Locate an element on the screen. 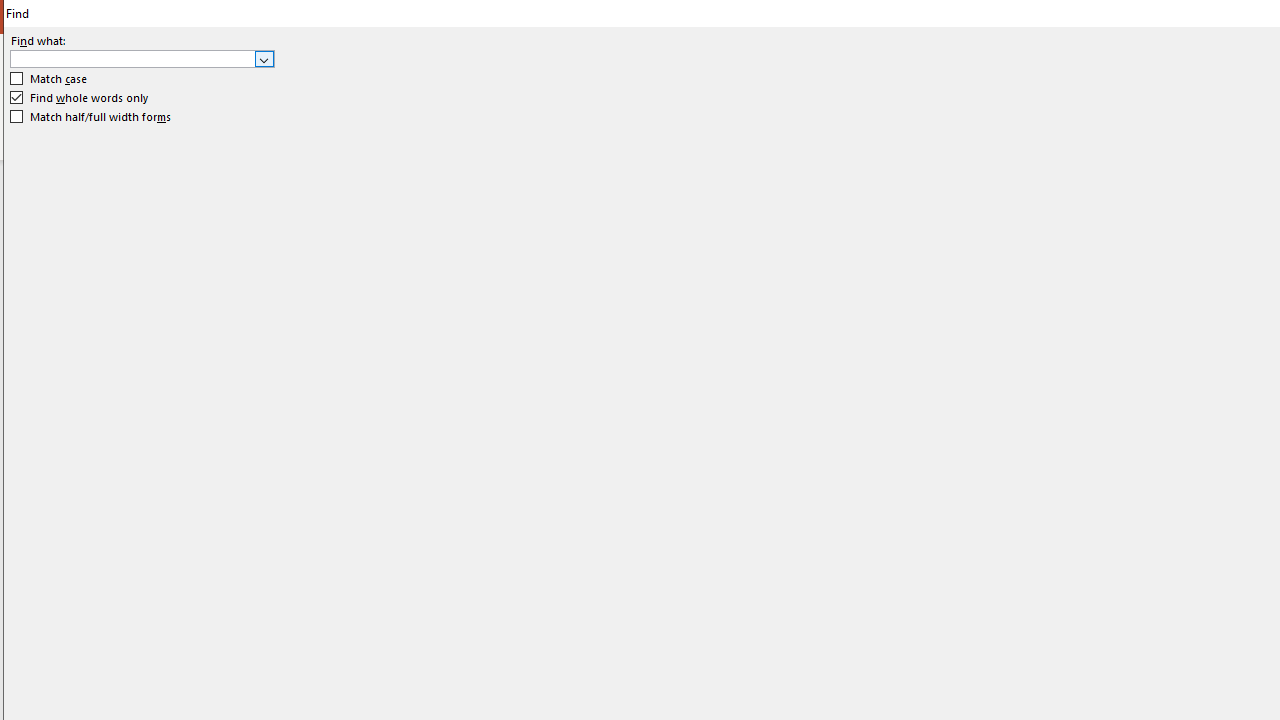 Image resolution: width=1280 pixels, height=720 pixels. 'Find what' is located at coordinates (141, 57).